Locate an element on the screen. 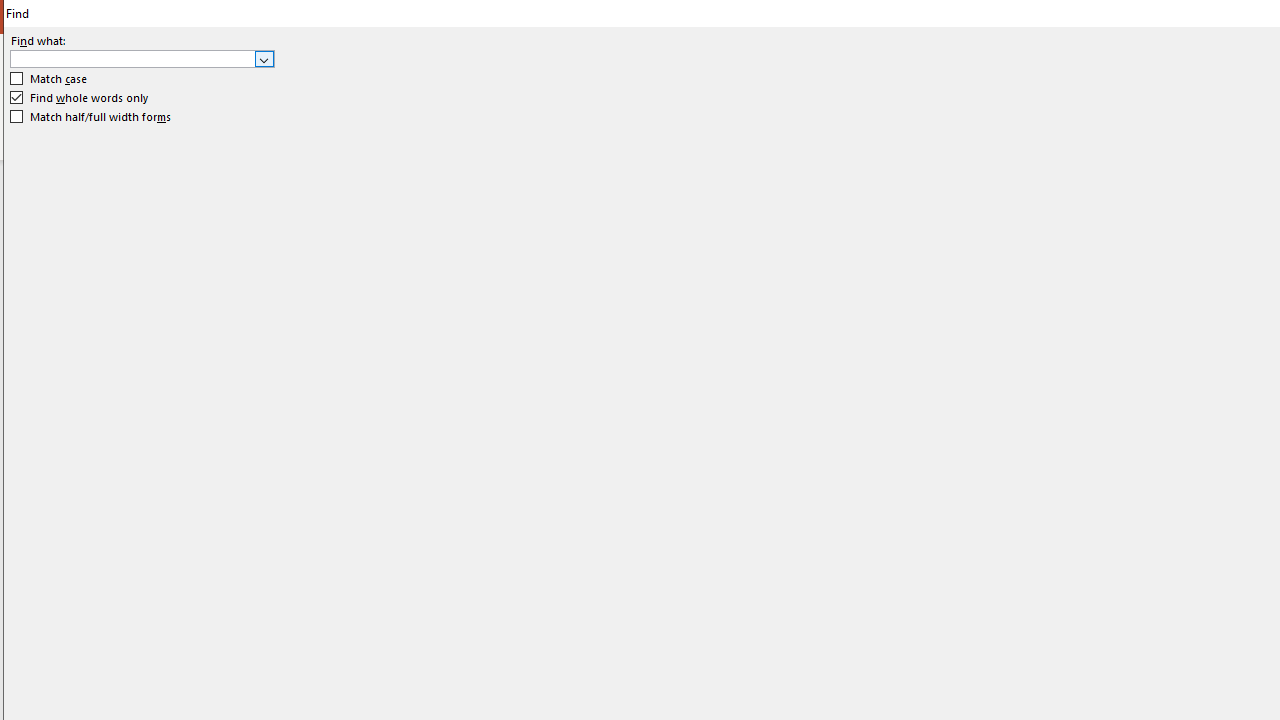 Image resolution: width=1280 pixels, height=720 pixels. 'Find what' is located at coordinates (141, 57).